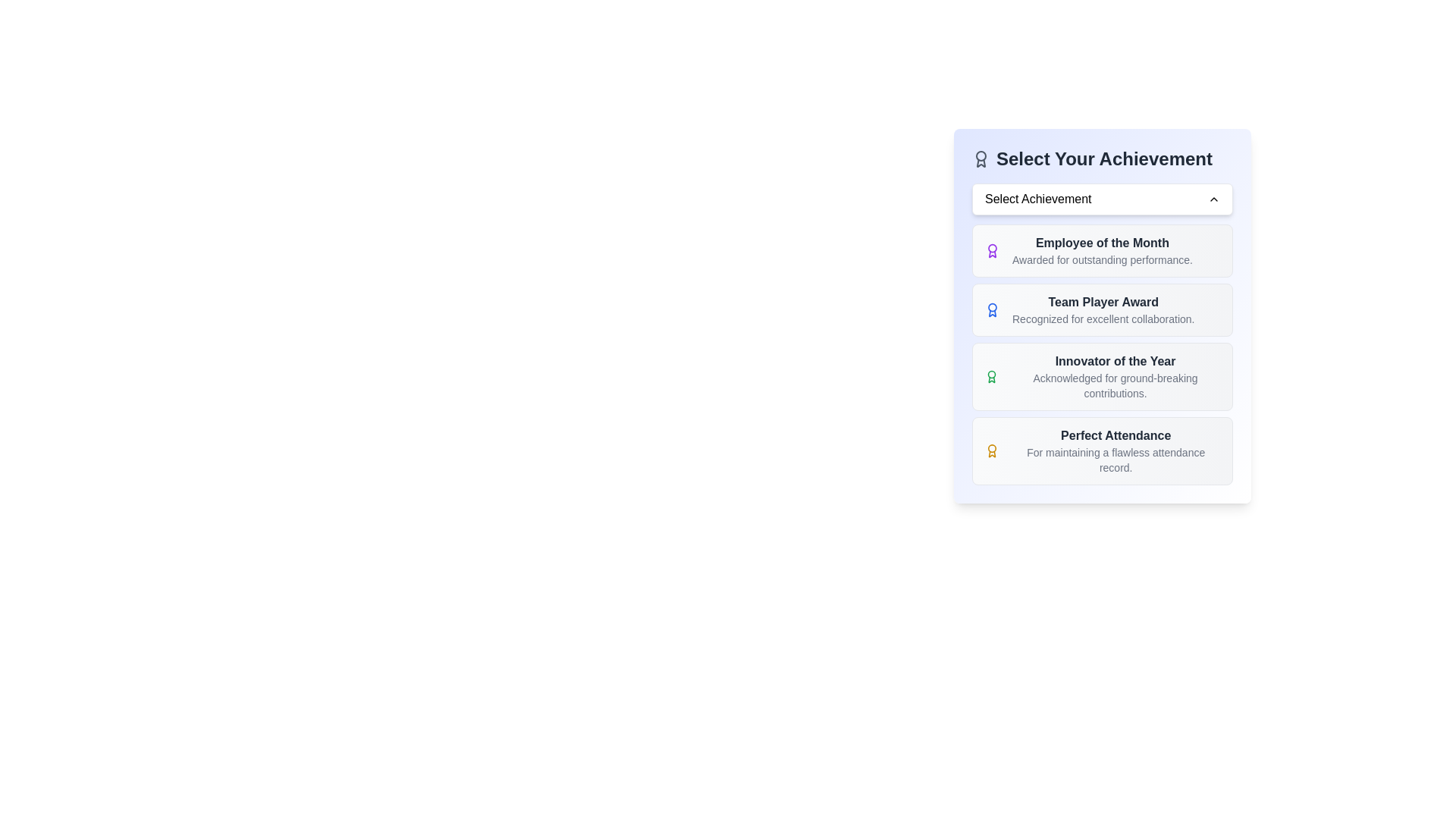 Image resolution: width=1456 pixels, height=819 pixels. What do you see at coordinates (1103, 250) in the screenshot?
I see `the 'Employee of the Month' award selection item, which features a purple ribbon icon and a bold heading` at bounding box center [1103, 250].